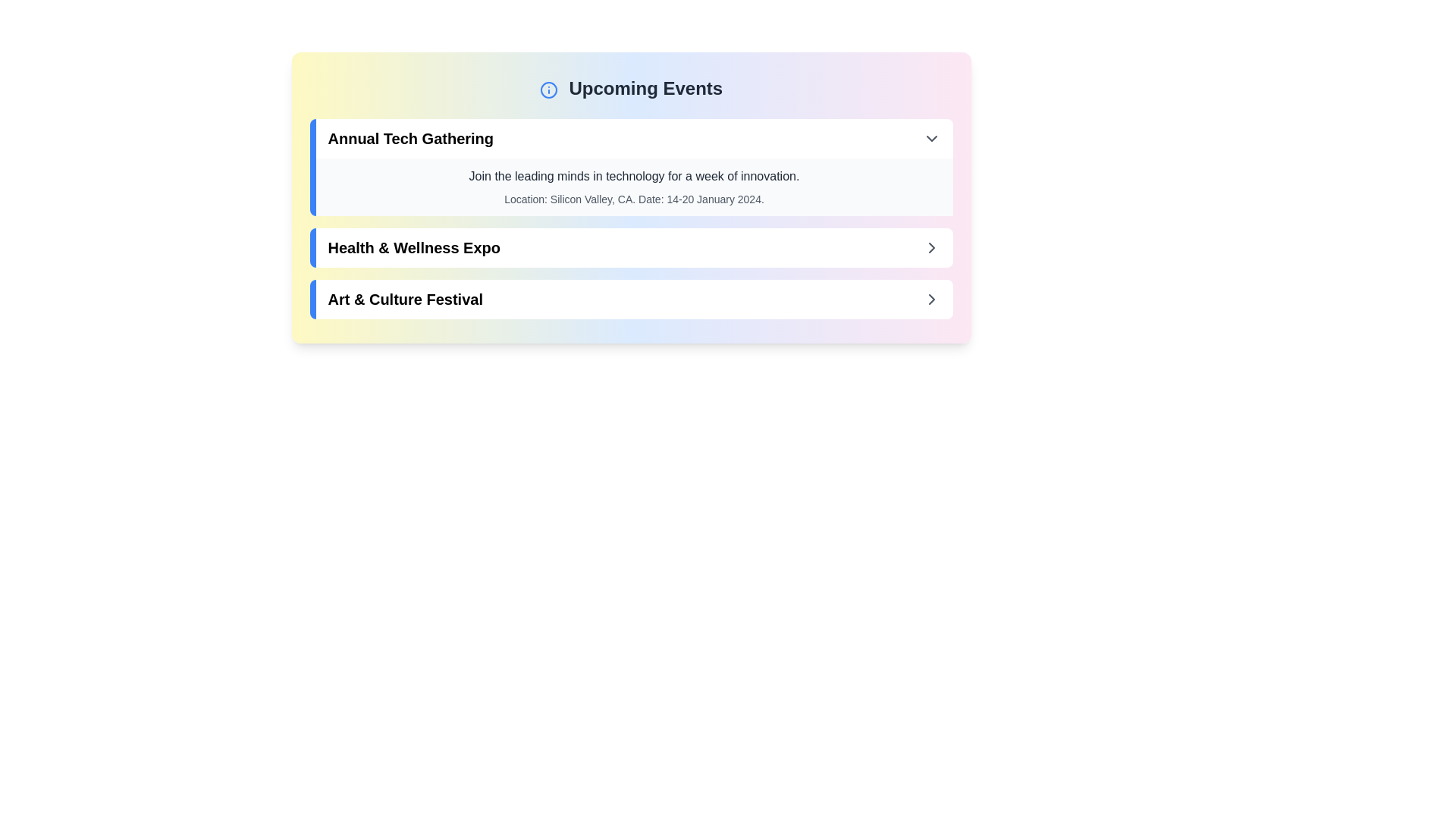 The height and width of the screenshot is (819, 1456). Describe the element at coordinates (930, 247) in the screenshot. I see `the right-facing chevron arrow icon in the second event card, positioned next to the 'Health & Wellness Expo' text` at that location.